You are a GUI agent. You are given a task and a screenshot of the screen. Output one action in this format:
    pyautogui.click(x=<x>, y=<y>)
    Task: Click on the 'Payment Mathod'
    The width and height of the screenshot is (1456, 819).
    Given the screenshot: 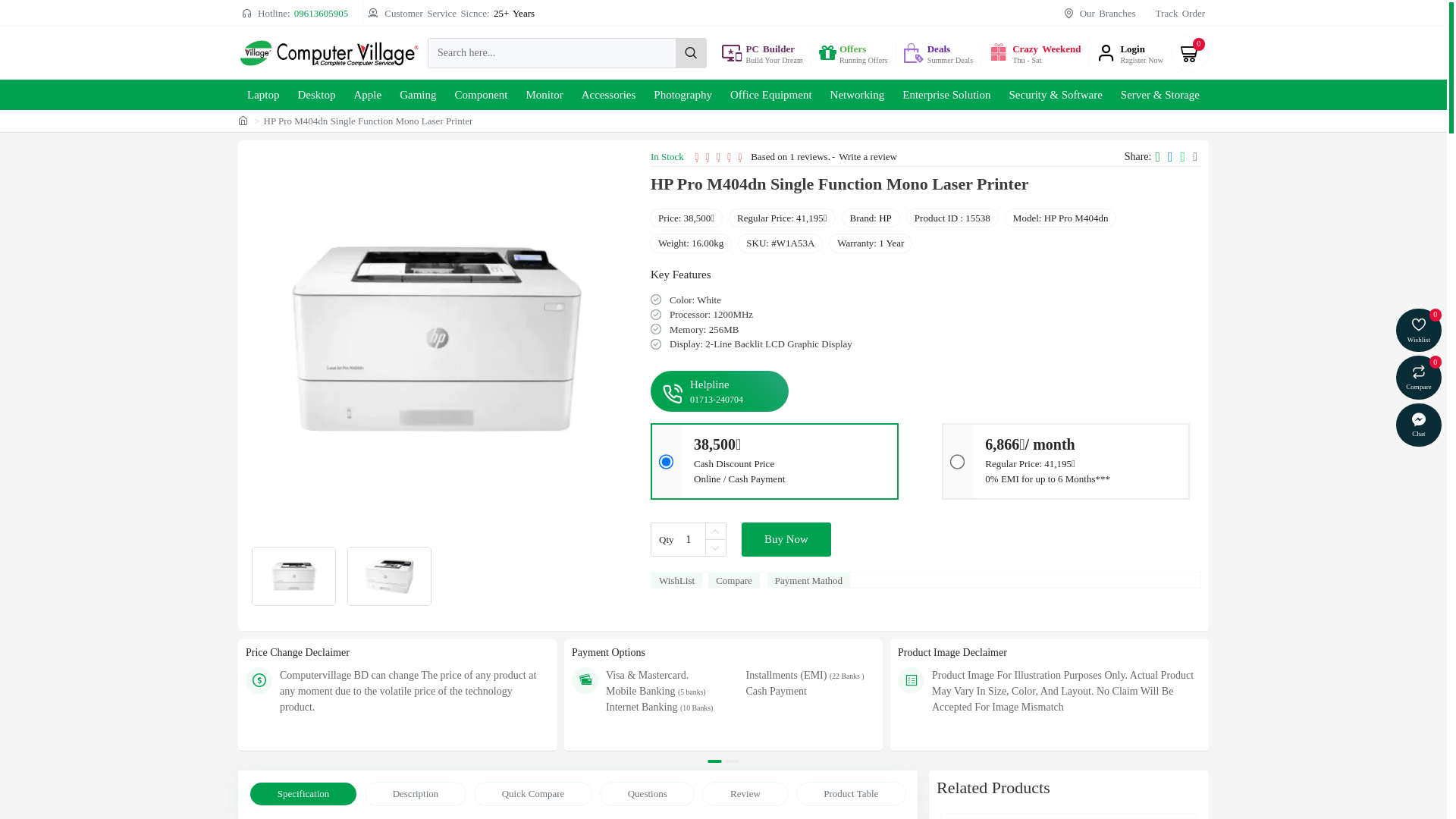 What is the action you would take?
    pyautogui.click(x=808, y=579)
    